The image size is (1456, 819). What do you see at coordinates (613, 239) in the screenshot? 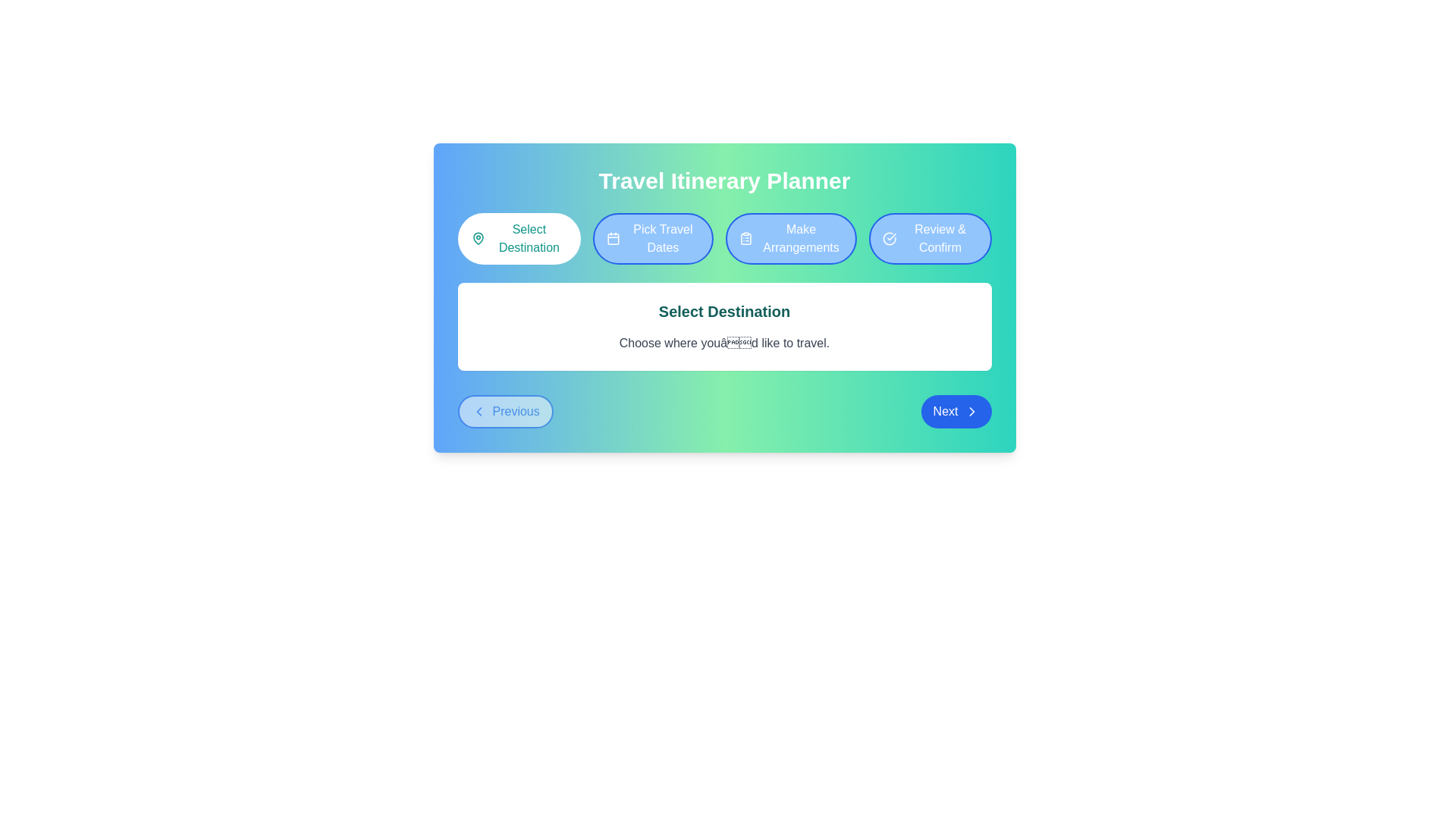
I see `the calendar icon, which is an SVG styled in an outline design, located to the left of the 'Pick Travel Dates' text` at bounding box center [613, 239].